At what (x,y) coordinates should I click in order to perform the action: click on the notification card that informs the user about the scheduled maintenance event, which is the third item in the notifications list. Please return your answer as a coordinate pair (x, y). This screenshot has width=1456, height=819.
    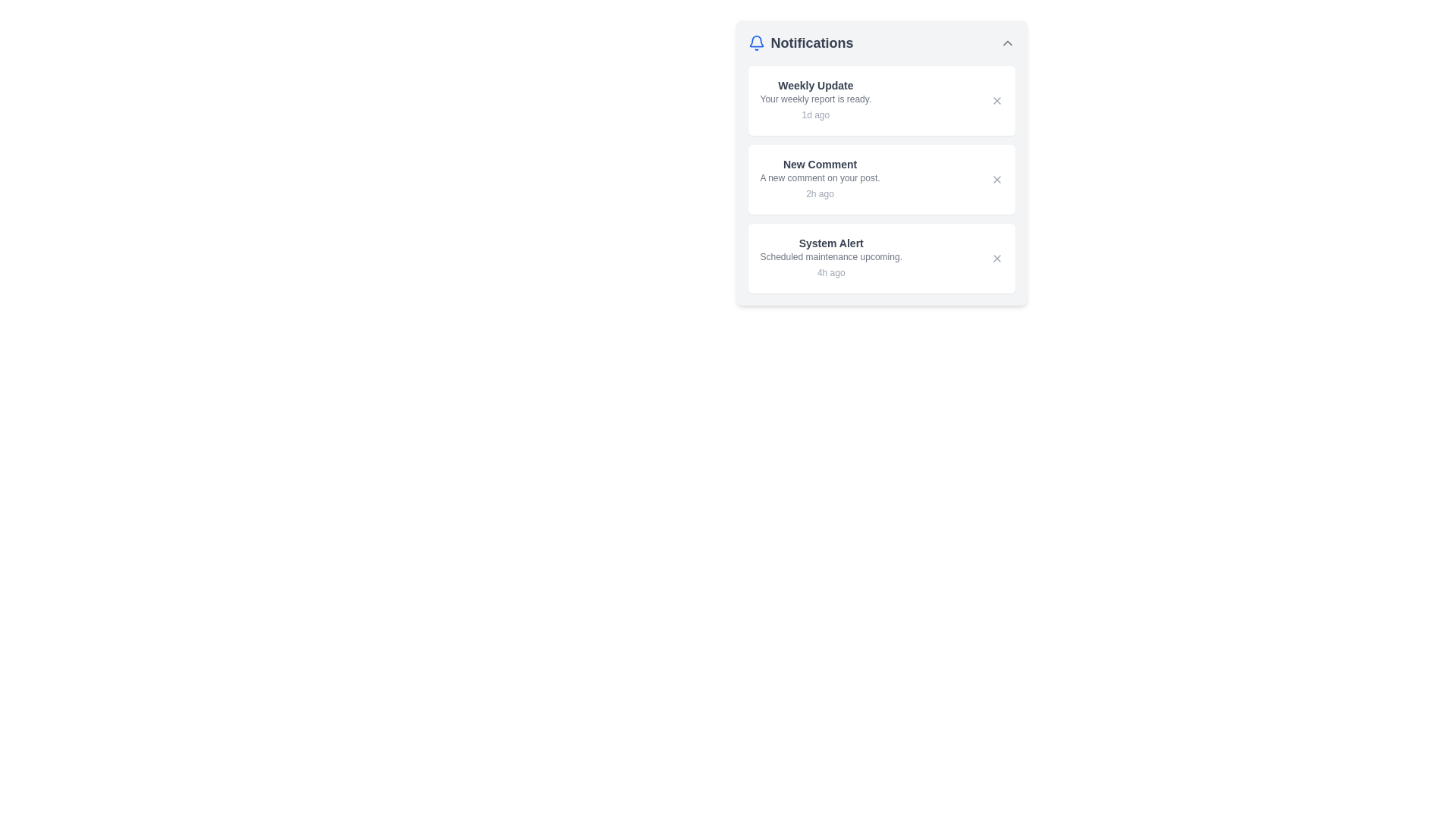
    Looking at the image, I should click on (881, 257).